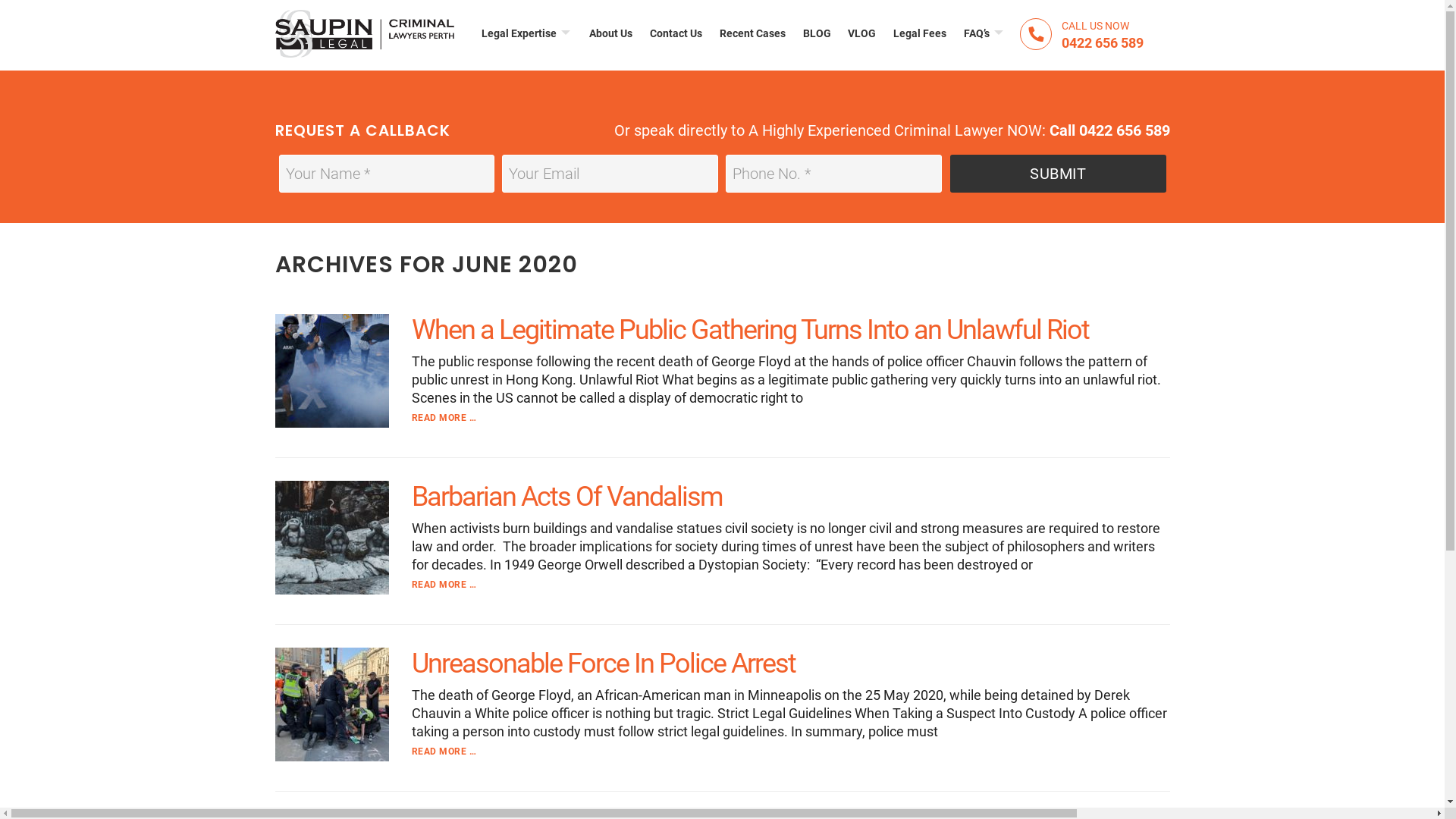 The height and width of the screenshot is (819, 1456). I want to click on 'CRIMINAL DEFENCE LAWYERS IN PERTH', so click(364, 34).